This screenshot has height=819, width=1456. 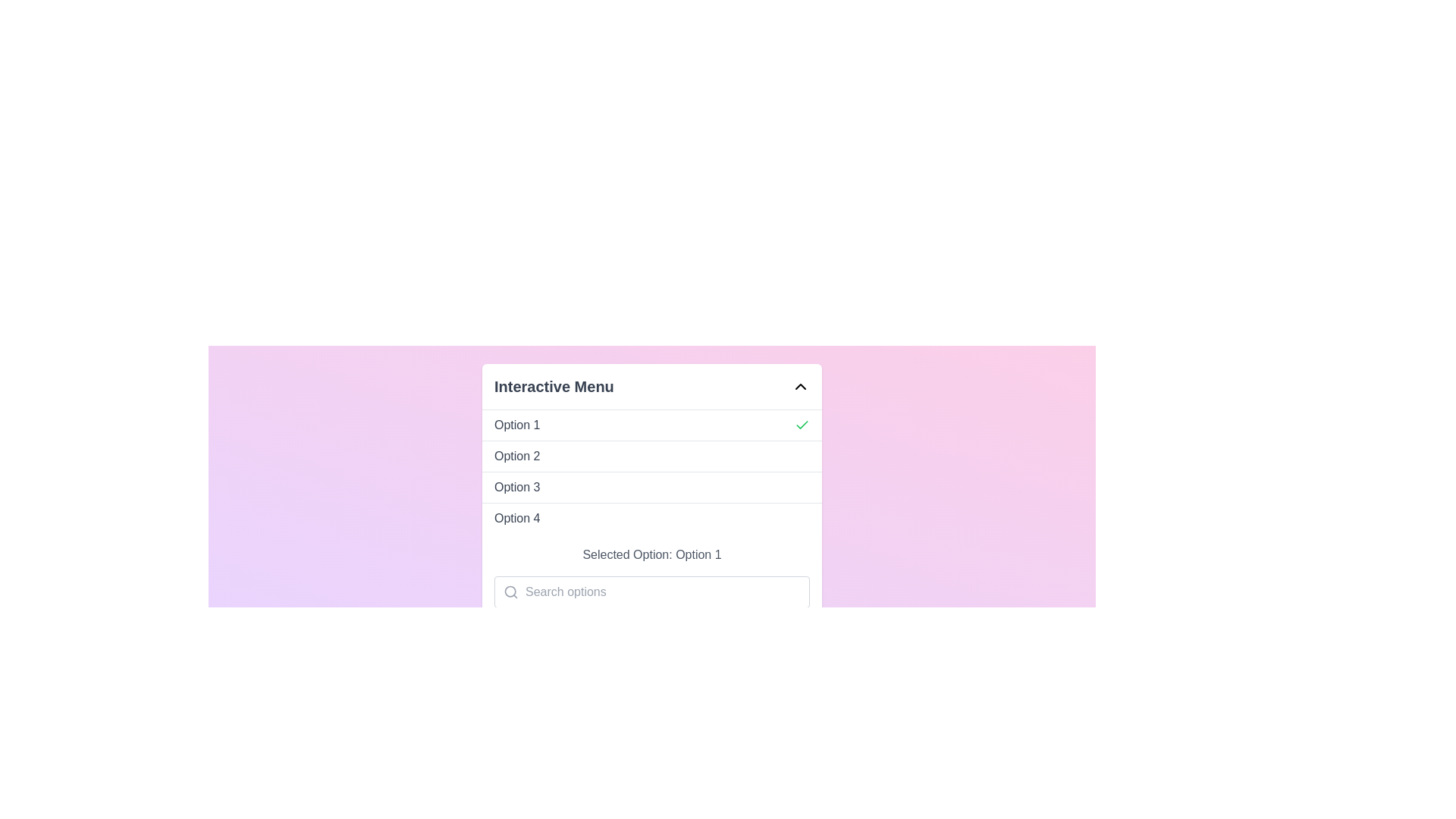 What do you see at coordinates (651, 471) in the screenshot?
I see `the list` at bounding box center [651, 471].